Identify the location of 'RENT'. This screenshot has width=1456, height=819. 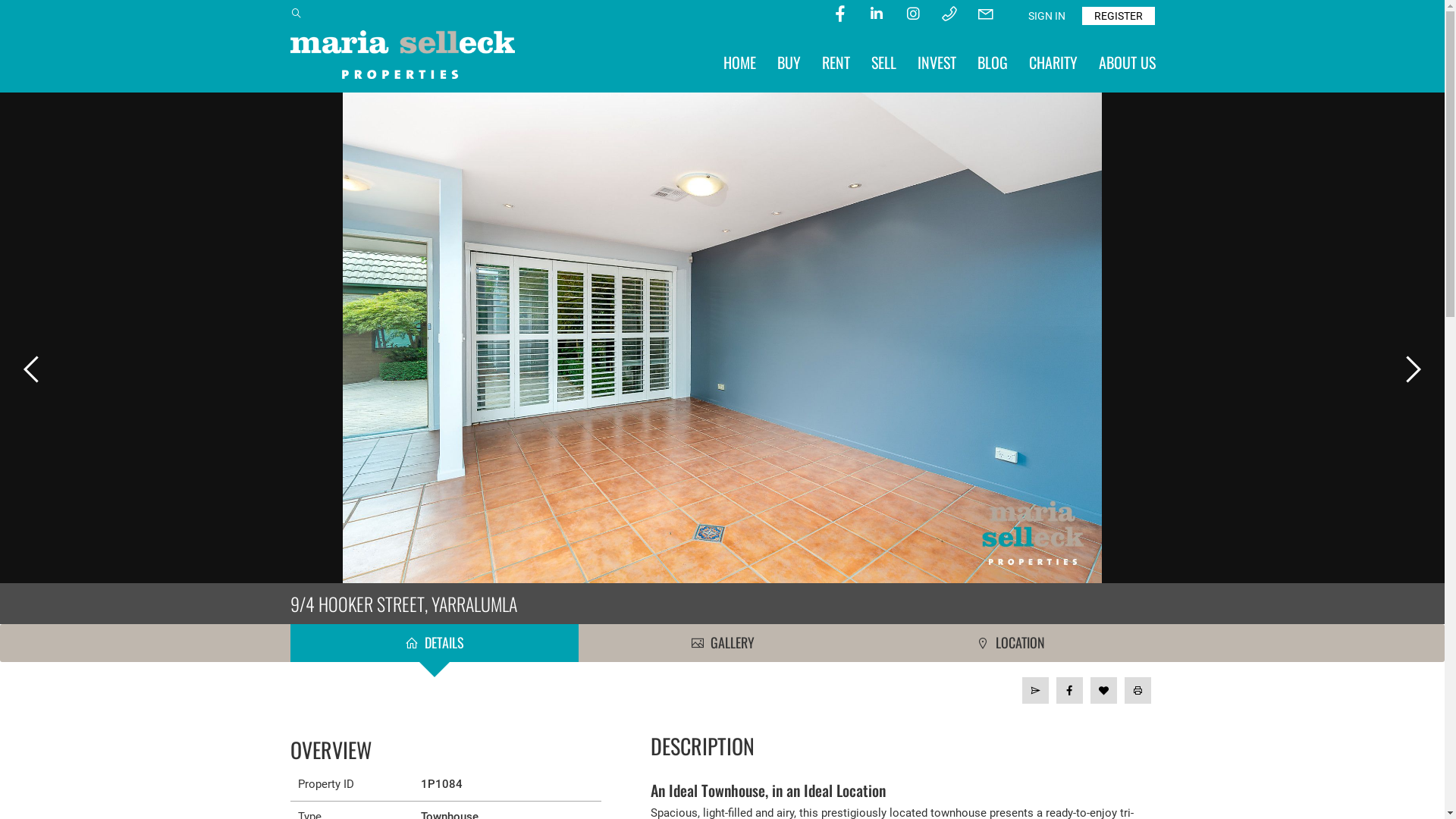
(835, 61).